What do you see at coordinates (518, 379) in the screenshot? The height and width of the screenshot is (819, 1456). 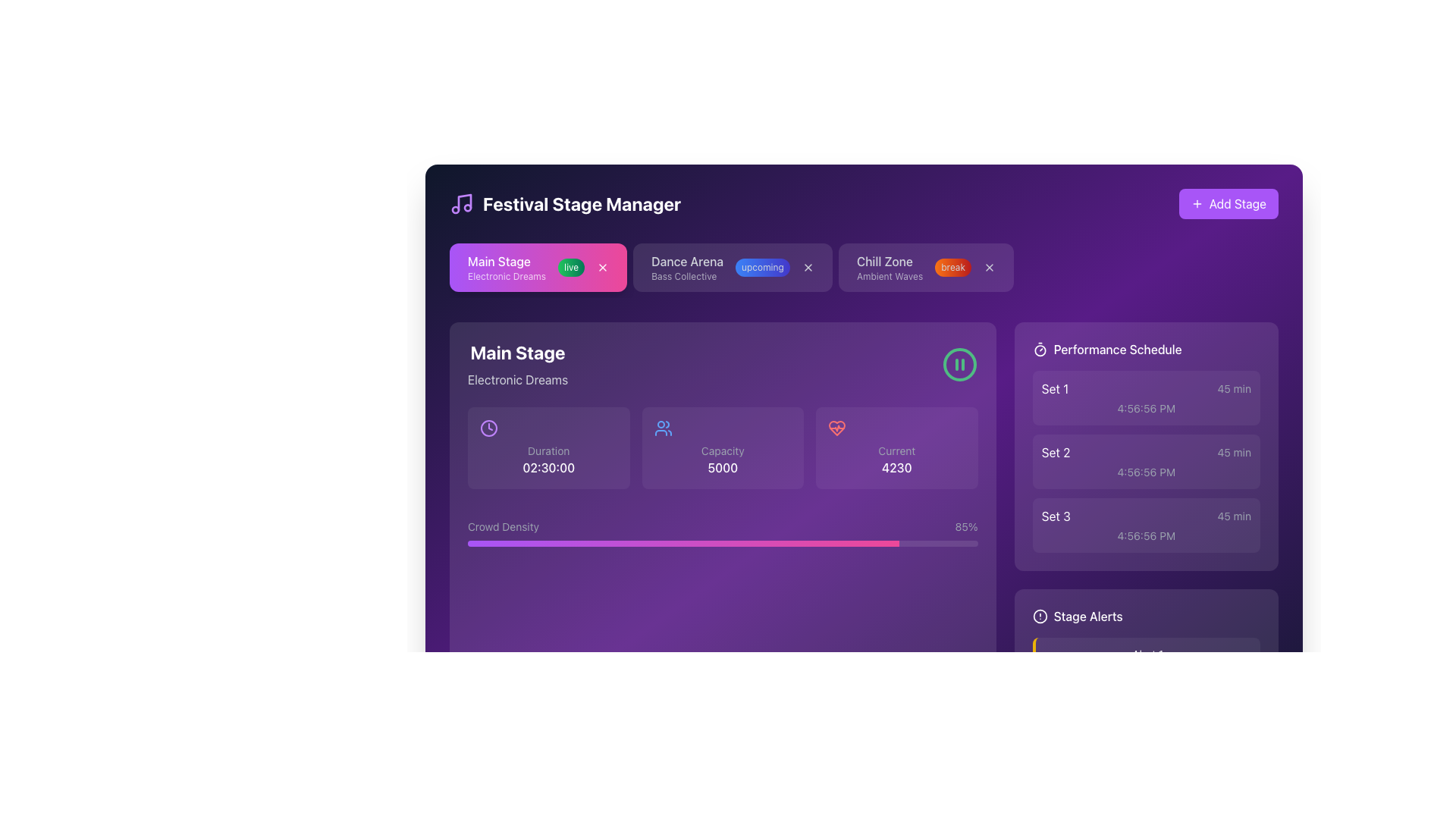 I see `the text label indicating the name or title of the event associated with the 'Main Stage', which is located beneath the bolded 'Main Stage' text within the 'Festival Stage Manager' interface` at bounding box center [518, 379].